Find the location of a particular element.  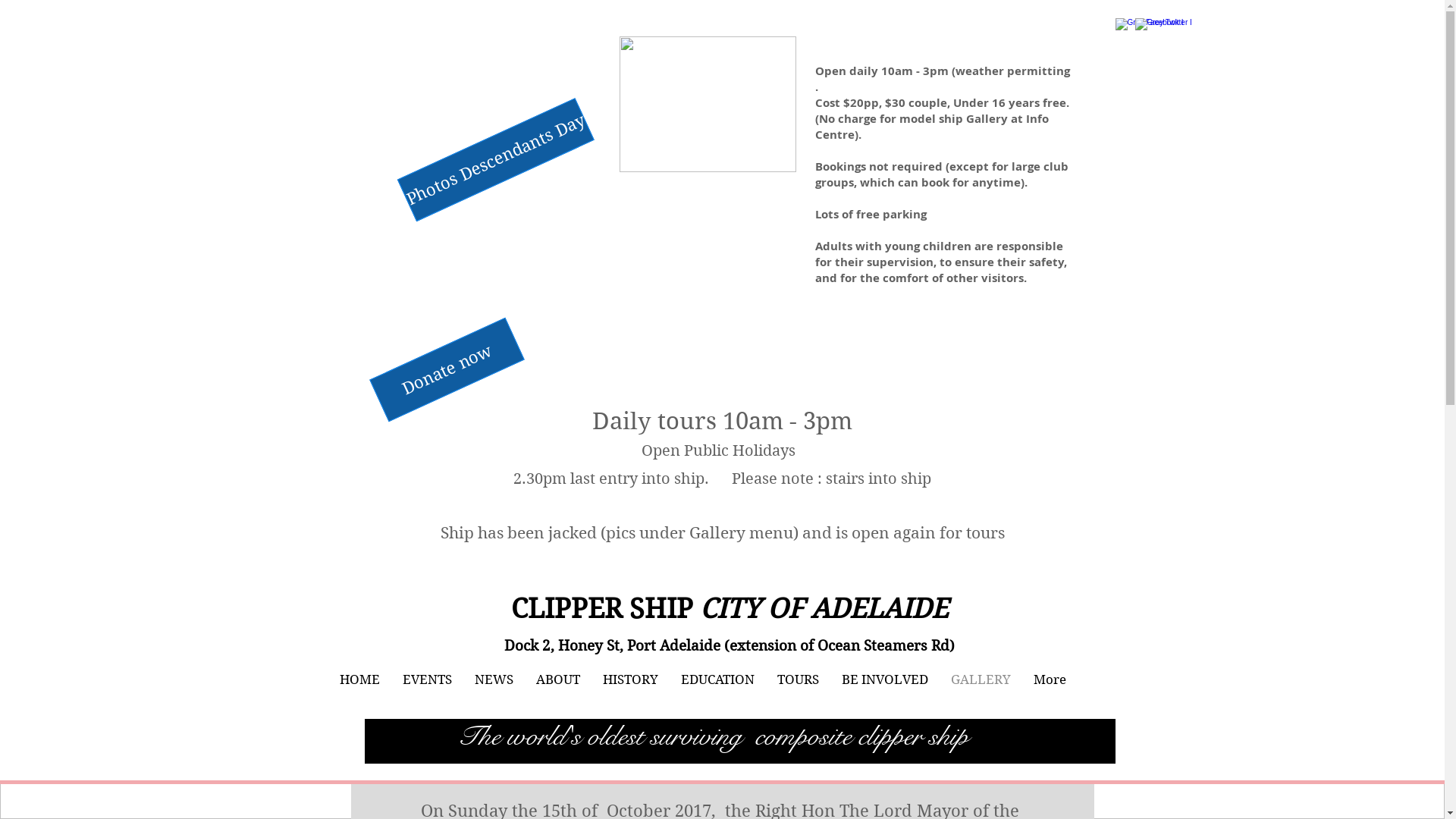

'EDUCATION' is located at coordinates (716, 679).